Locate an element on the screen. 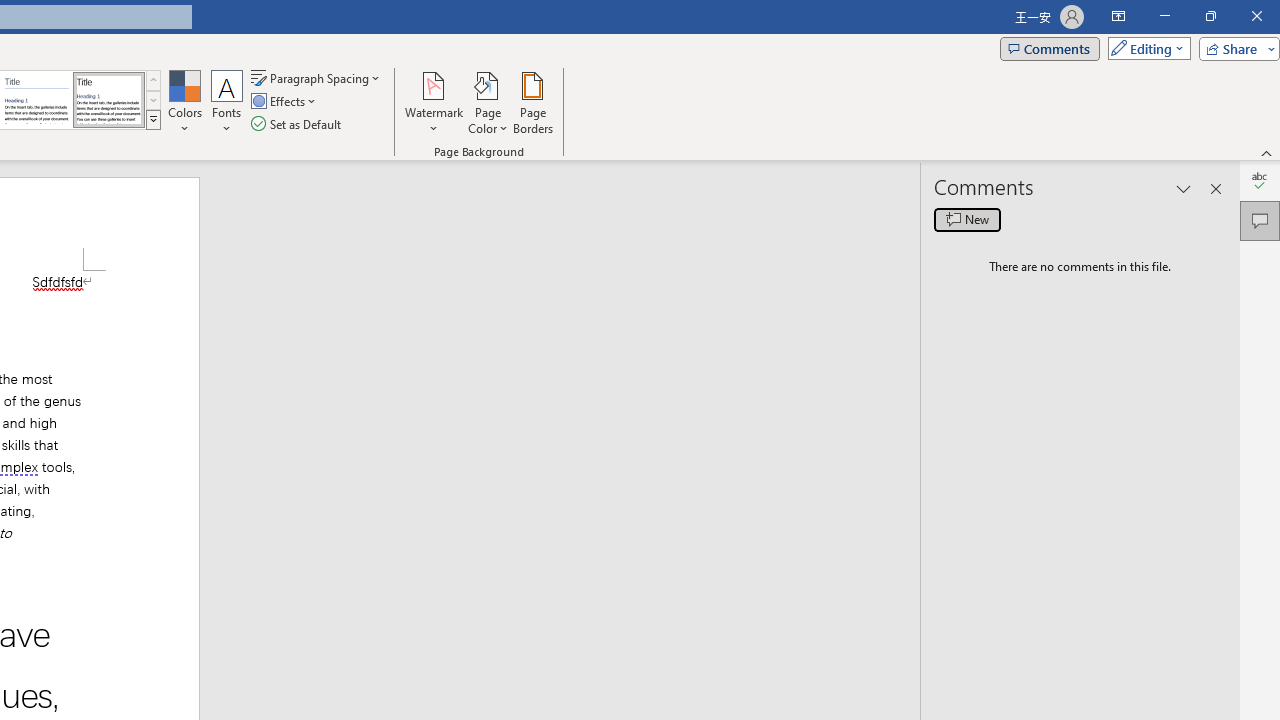 This screenshot has height=720, width=1280. 'New comment' is located at coordinates (967, 219).